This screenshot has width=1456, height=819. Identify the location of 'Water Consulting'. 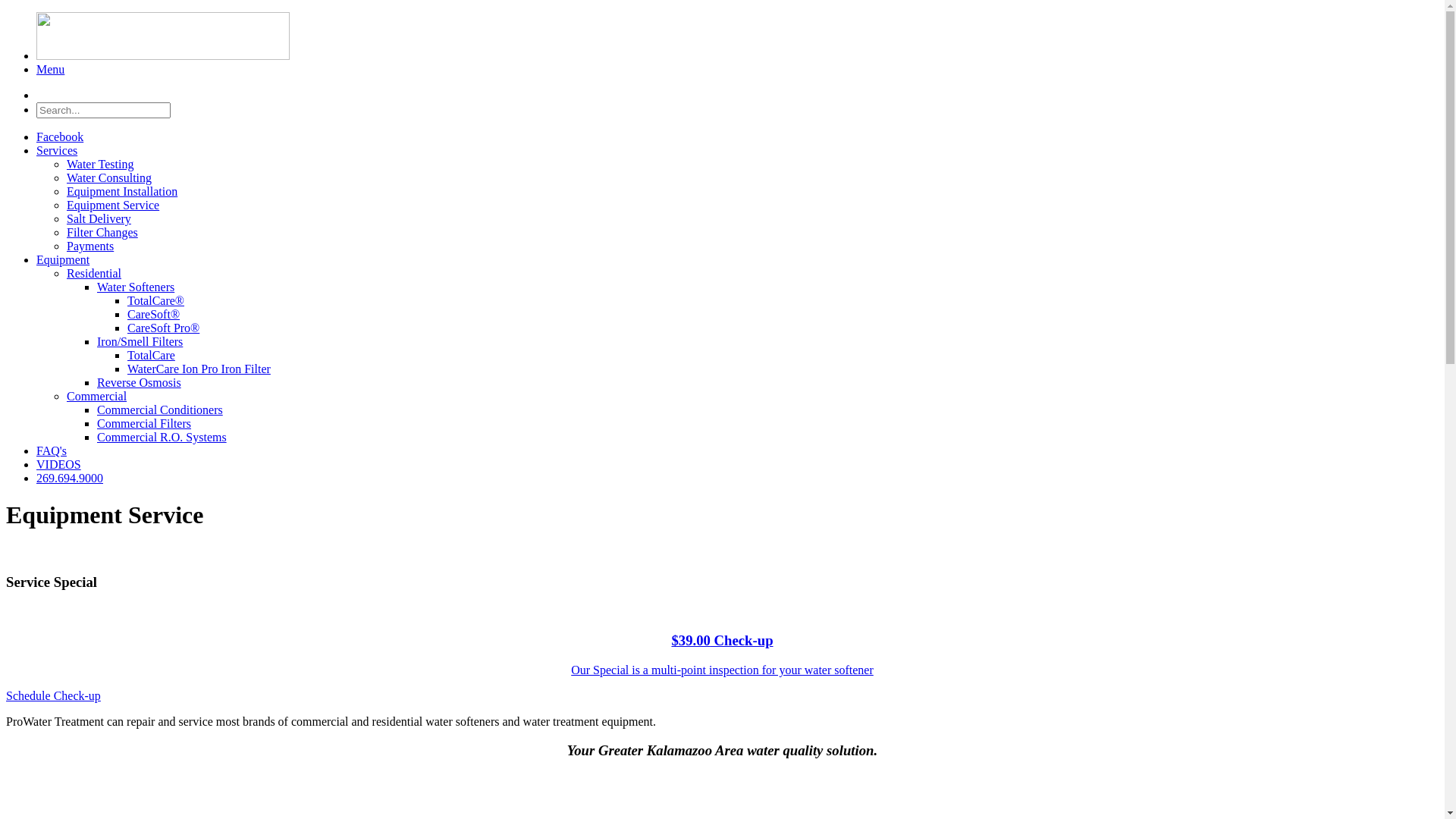
(108, 177).